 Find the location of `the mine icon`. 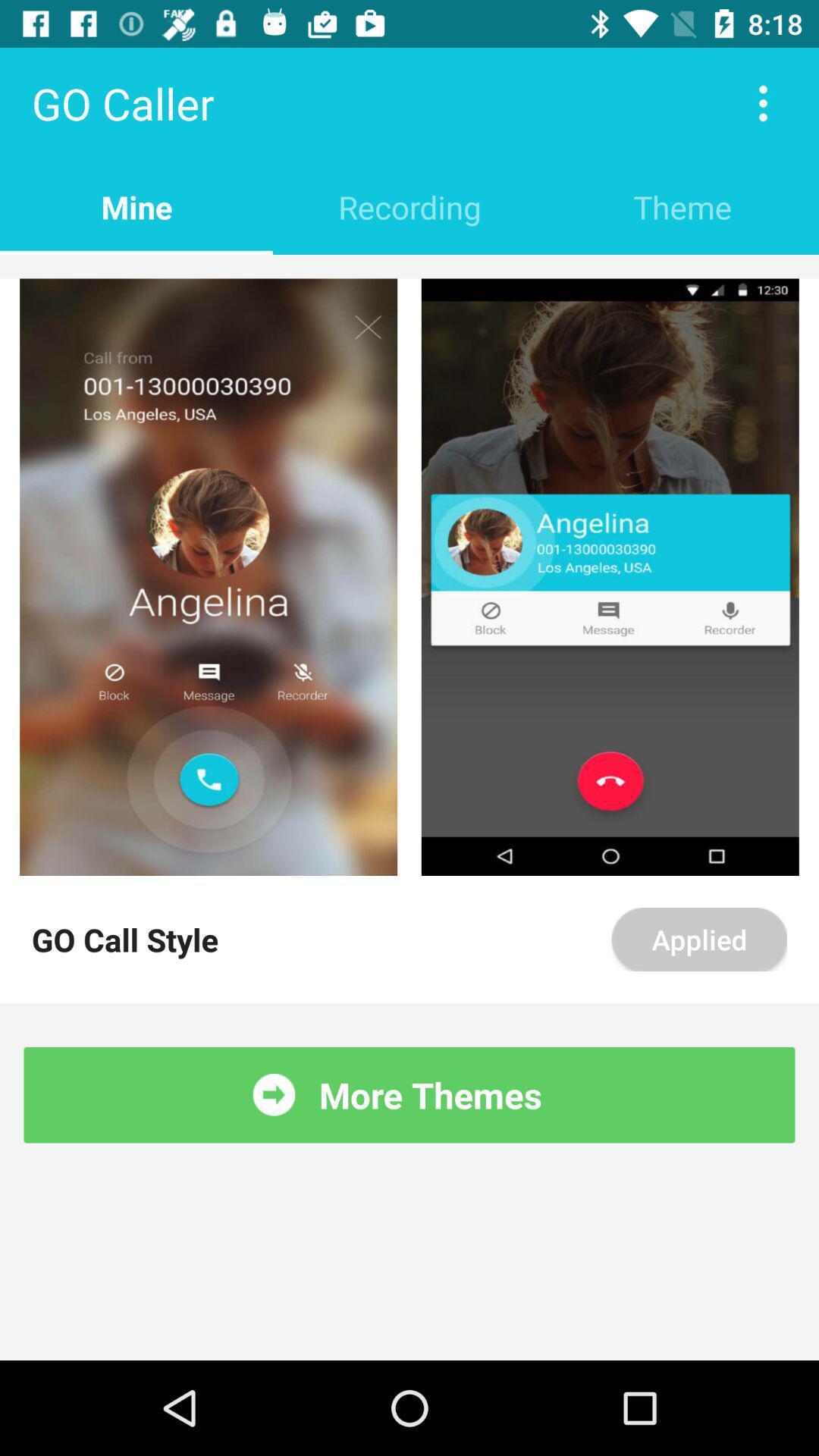

the mine icon is located at coordinates (136, 206).